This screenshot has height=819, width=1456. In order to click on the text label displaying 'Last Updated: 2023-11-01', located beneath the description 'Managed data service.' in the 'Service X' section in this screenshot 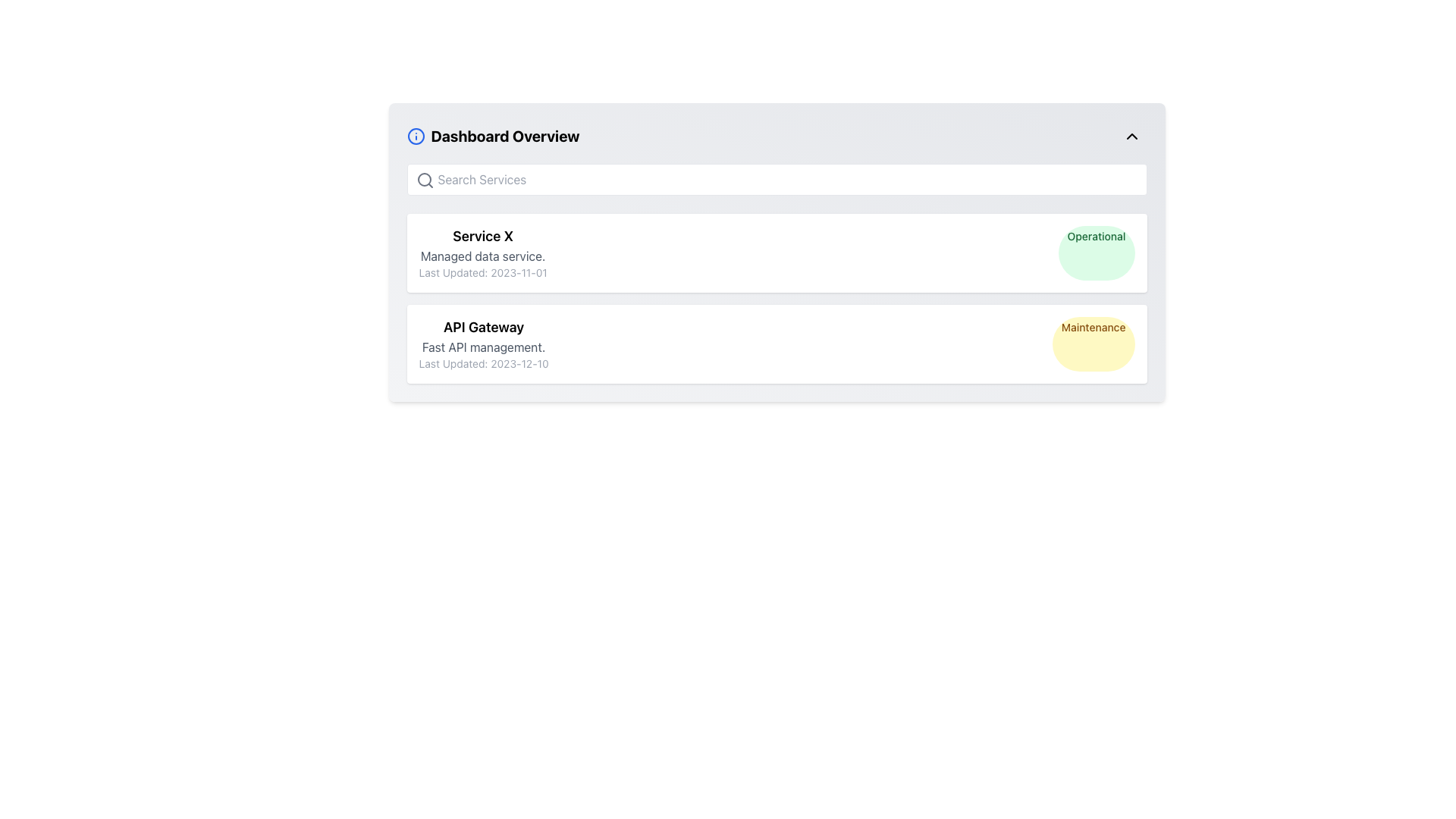, I will do `click(482, 271)`.